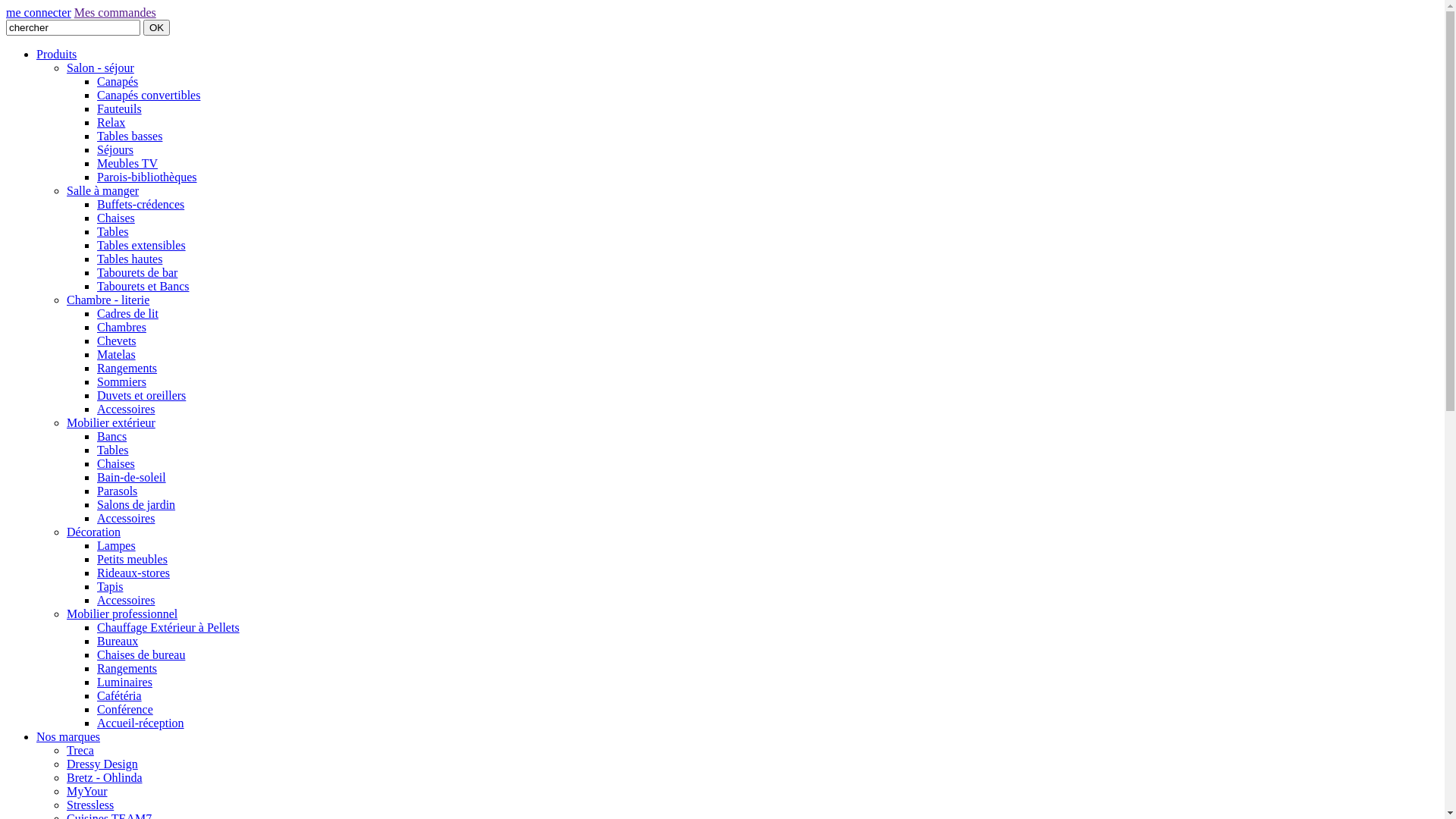 The height and width of the screenshot is (819, 1456). Describe the element at coordinates (96, 108) in the screenshot. I see `'Fauteuils'` at that location.